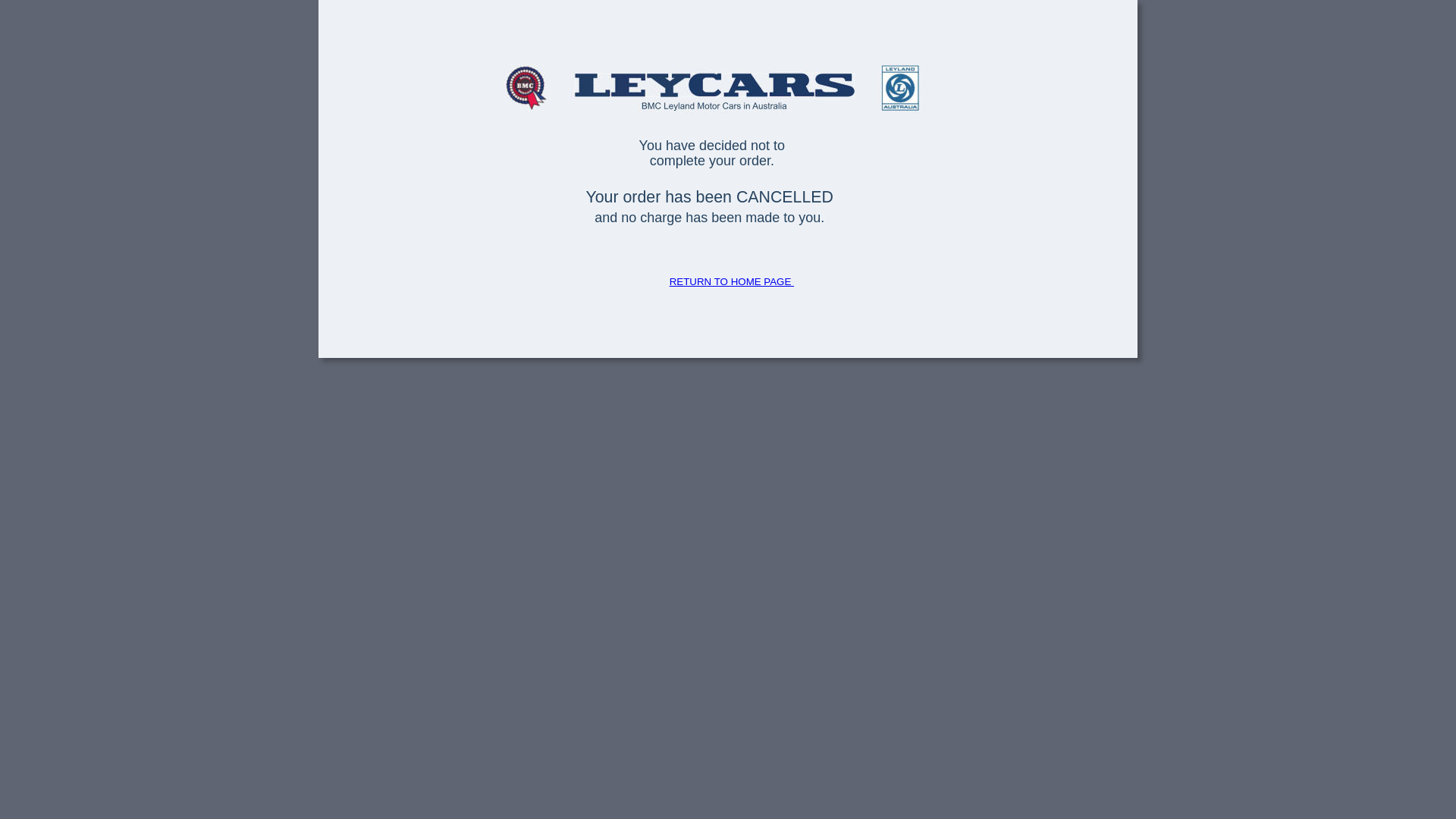 Image resolution: width=1456 pixels, height=819 pixels. I want to click on 'RETURN TO HOME PAGE ', so click(669, 281).